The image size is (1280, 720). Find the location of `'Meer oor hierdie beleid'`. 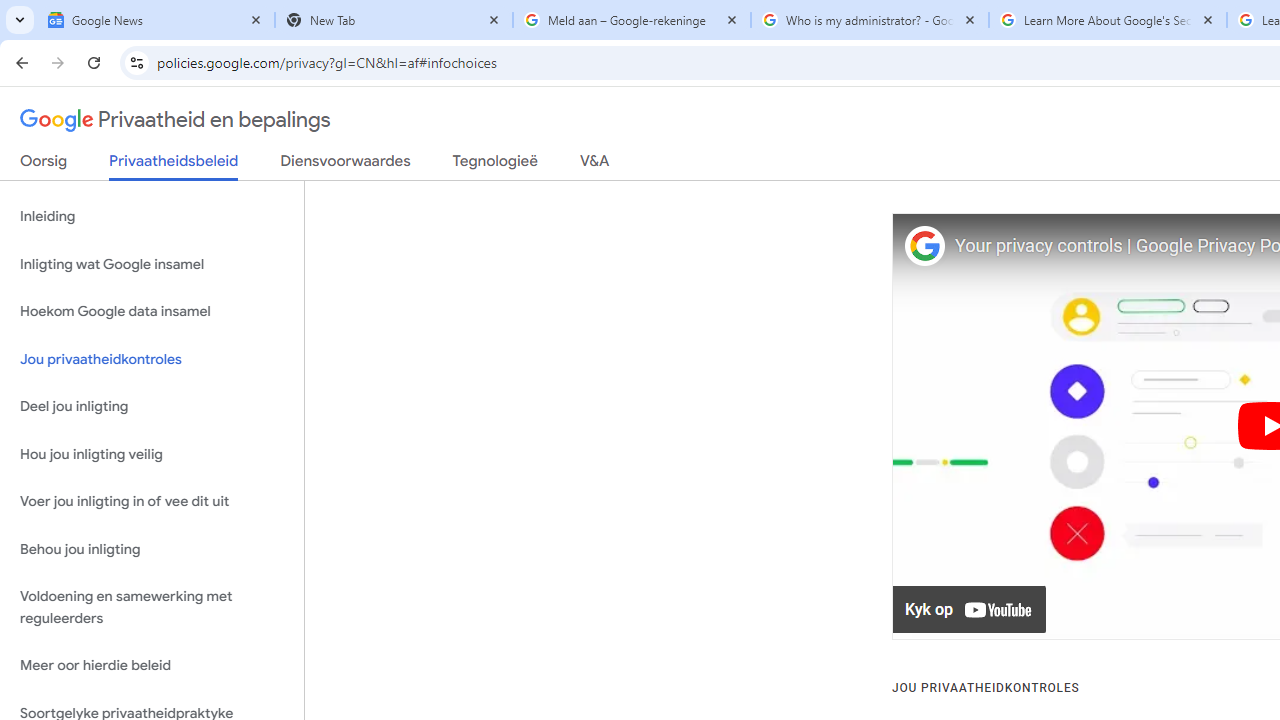

'Meer oor hierdie beleid' is located at coordinates (151, 666).